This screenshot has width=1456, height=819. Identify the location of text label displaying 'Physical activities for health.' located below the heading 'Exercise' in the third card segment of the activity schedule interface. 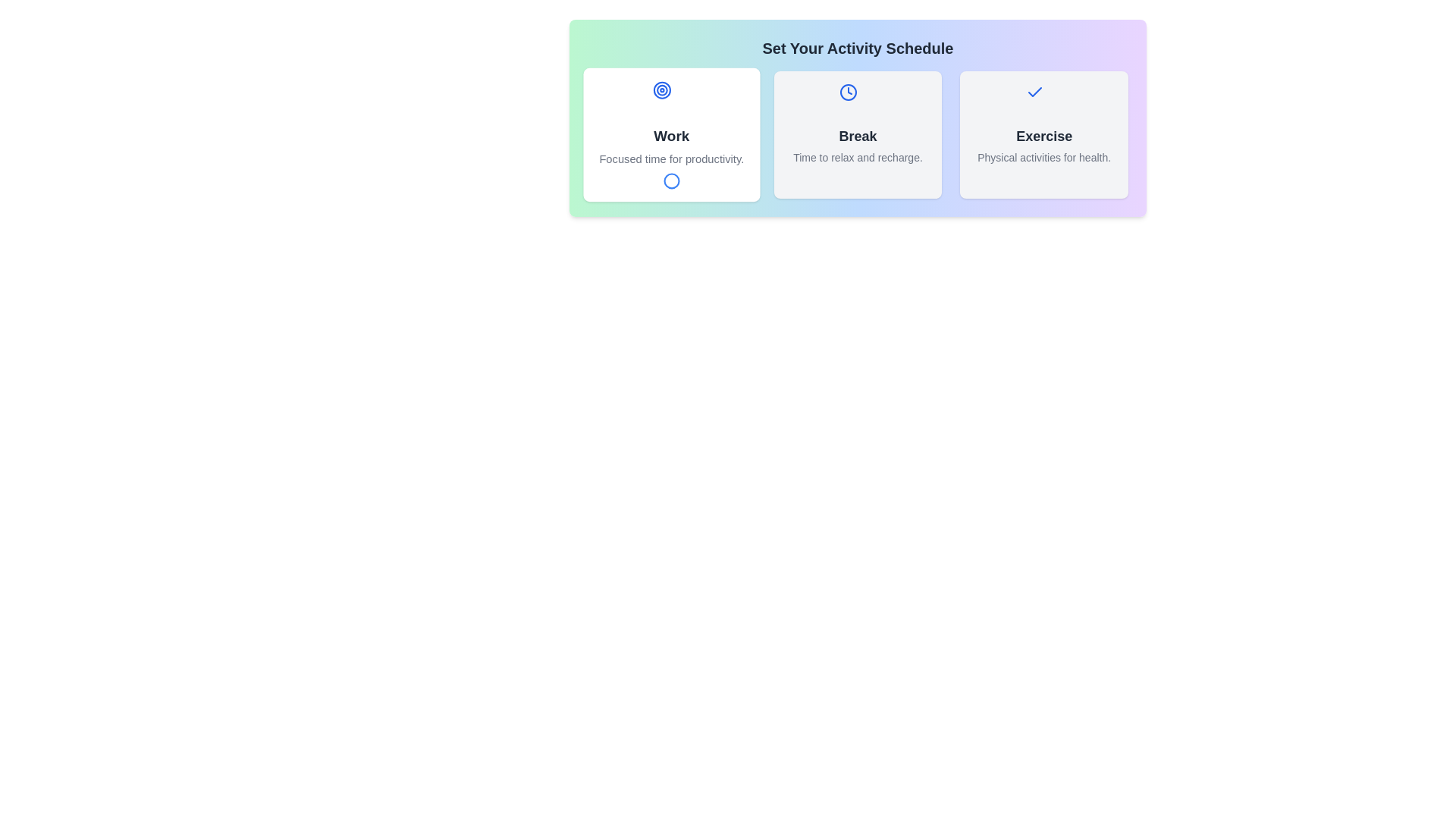
(1043, 158).